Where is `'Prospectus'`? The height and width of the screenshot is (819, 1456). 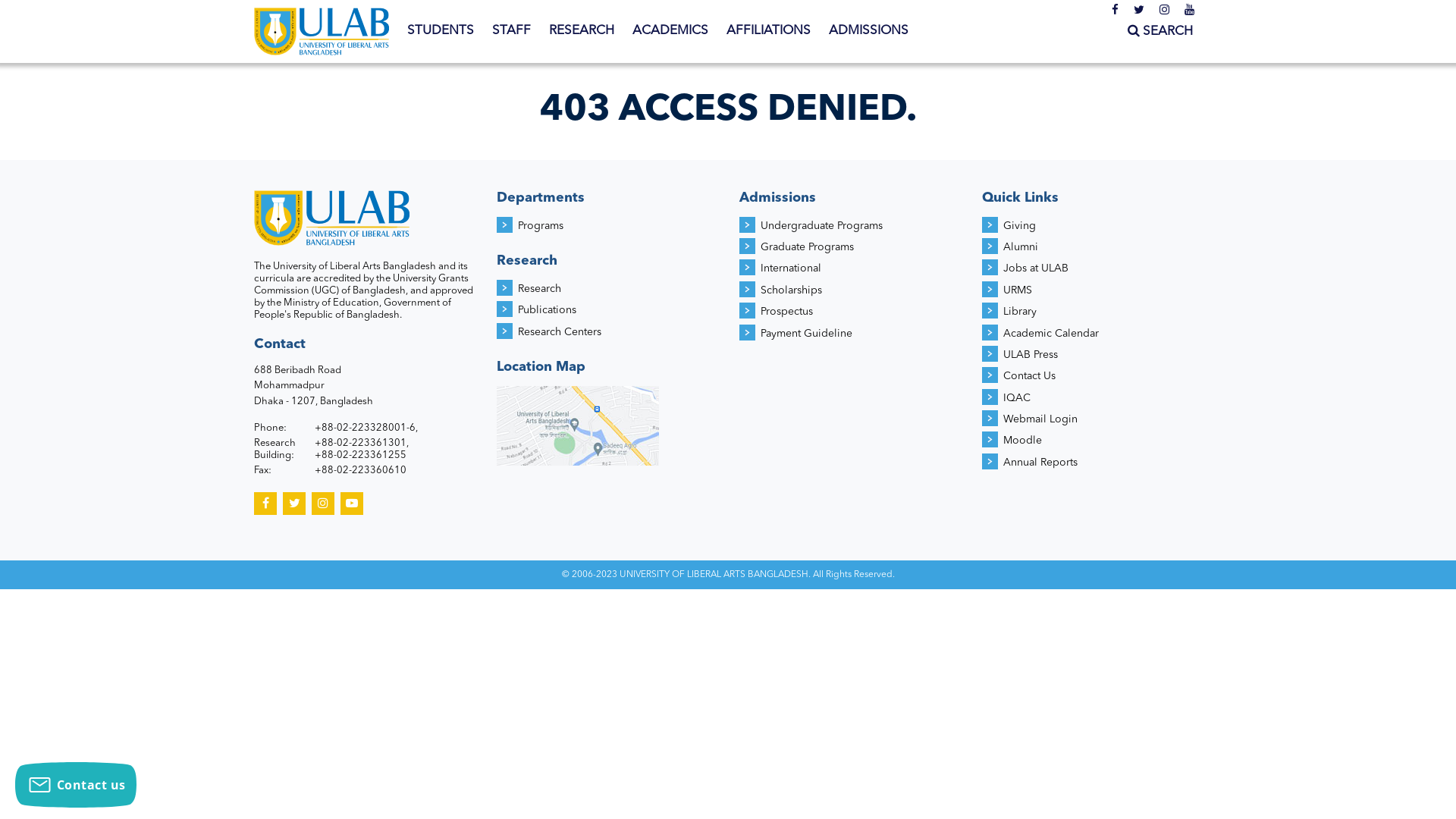 'Prospectus' is located at coordinates (786, 311).